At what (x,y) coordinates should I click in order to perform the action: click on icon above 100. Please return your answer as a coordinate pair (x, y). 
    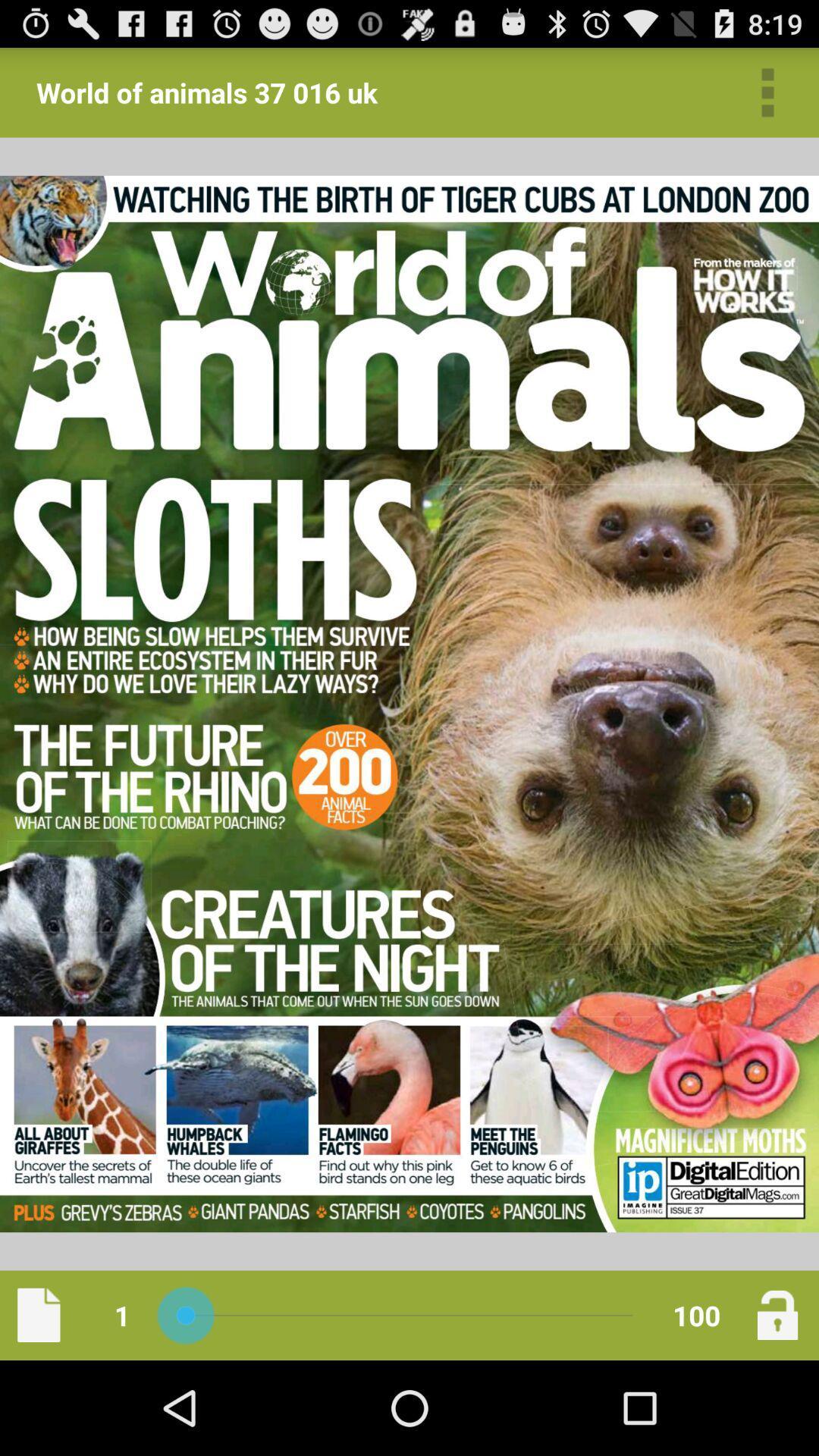
    Looking at the image, I should click on (767, 92).